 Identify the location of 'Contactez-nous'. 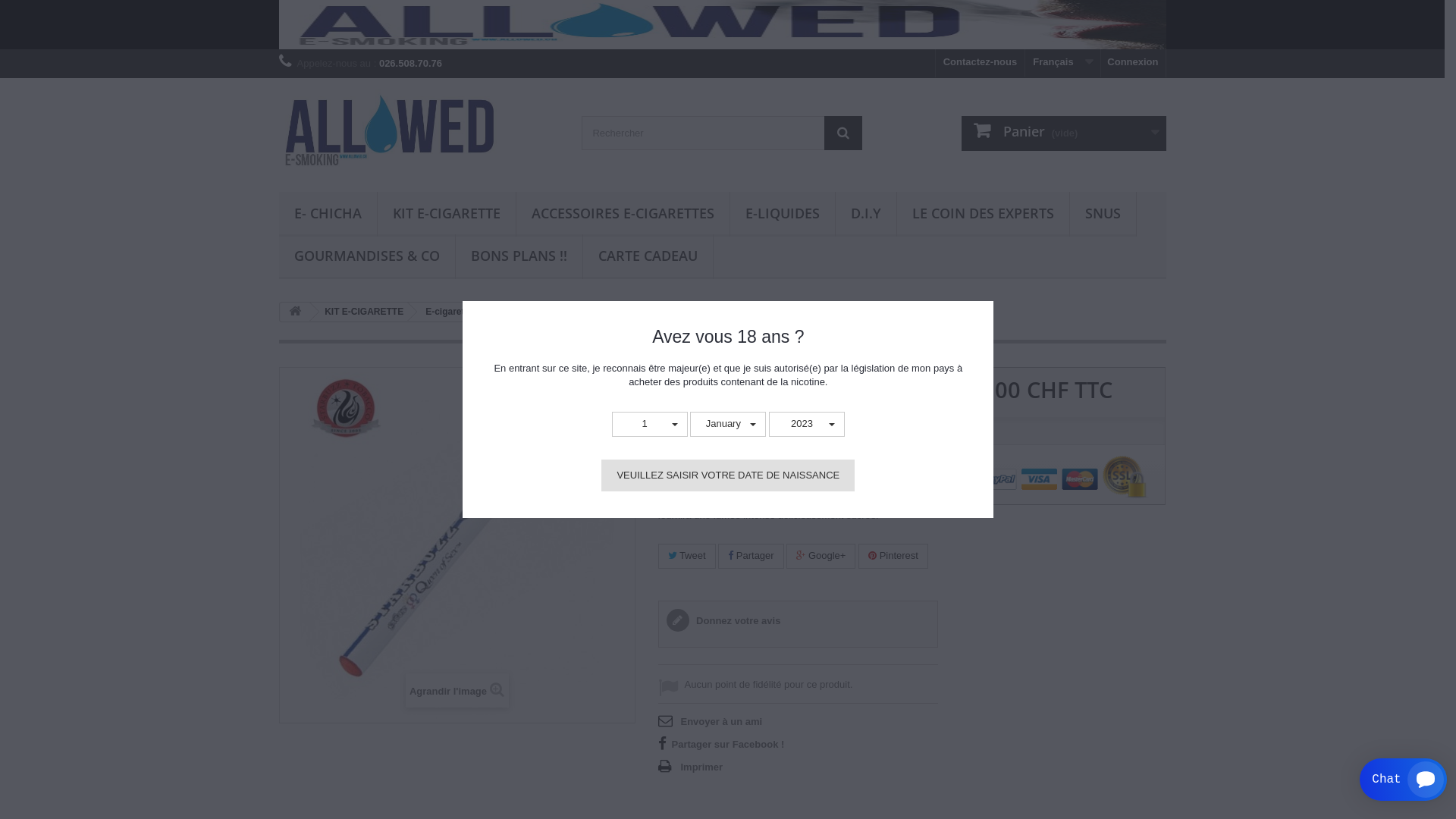
(980, 62).